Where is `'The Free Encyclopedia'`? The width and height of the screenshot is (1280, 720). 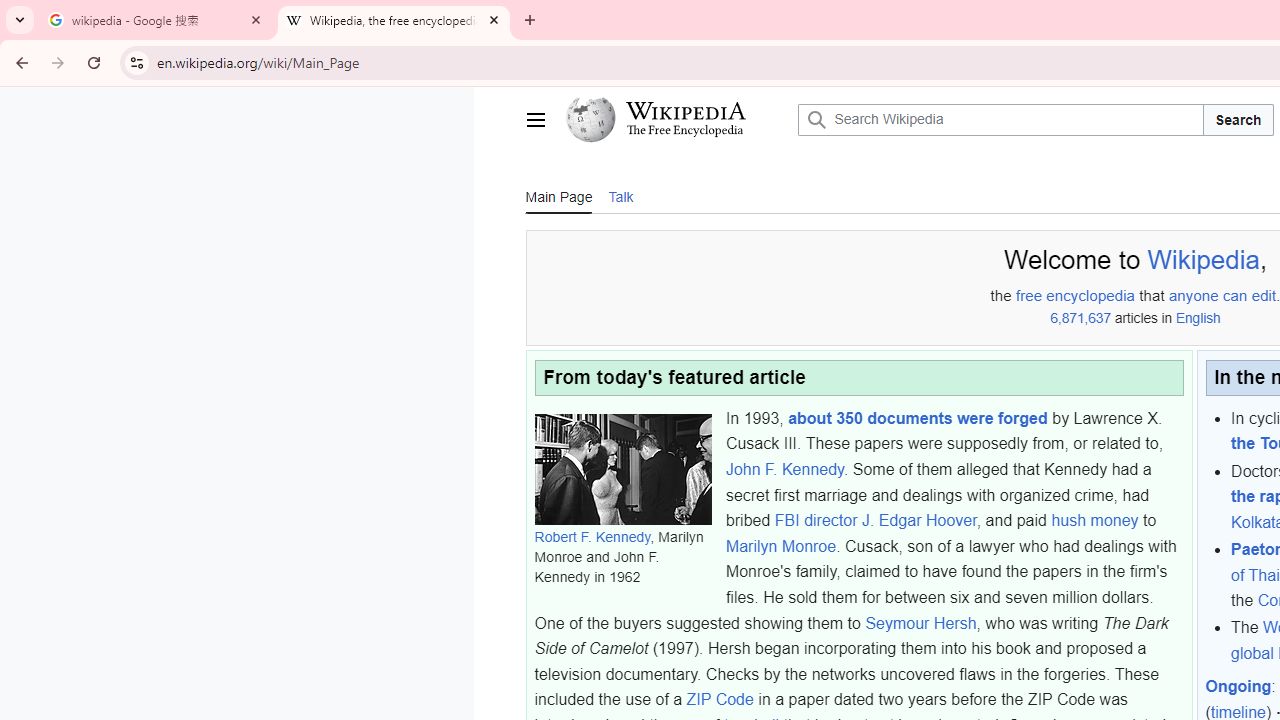 'The Free Encyclopedia' is located at coordinates (685, 131).